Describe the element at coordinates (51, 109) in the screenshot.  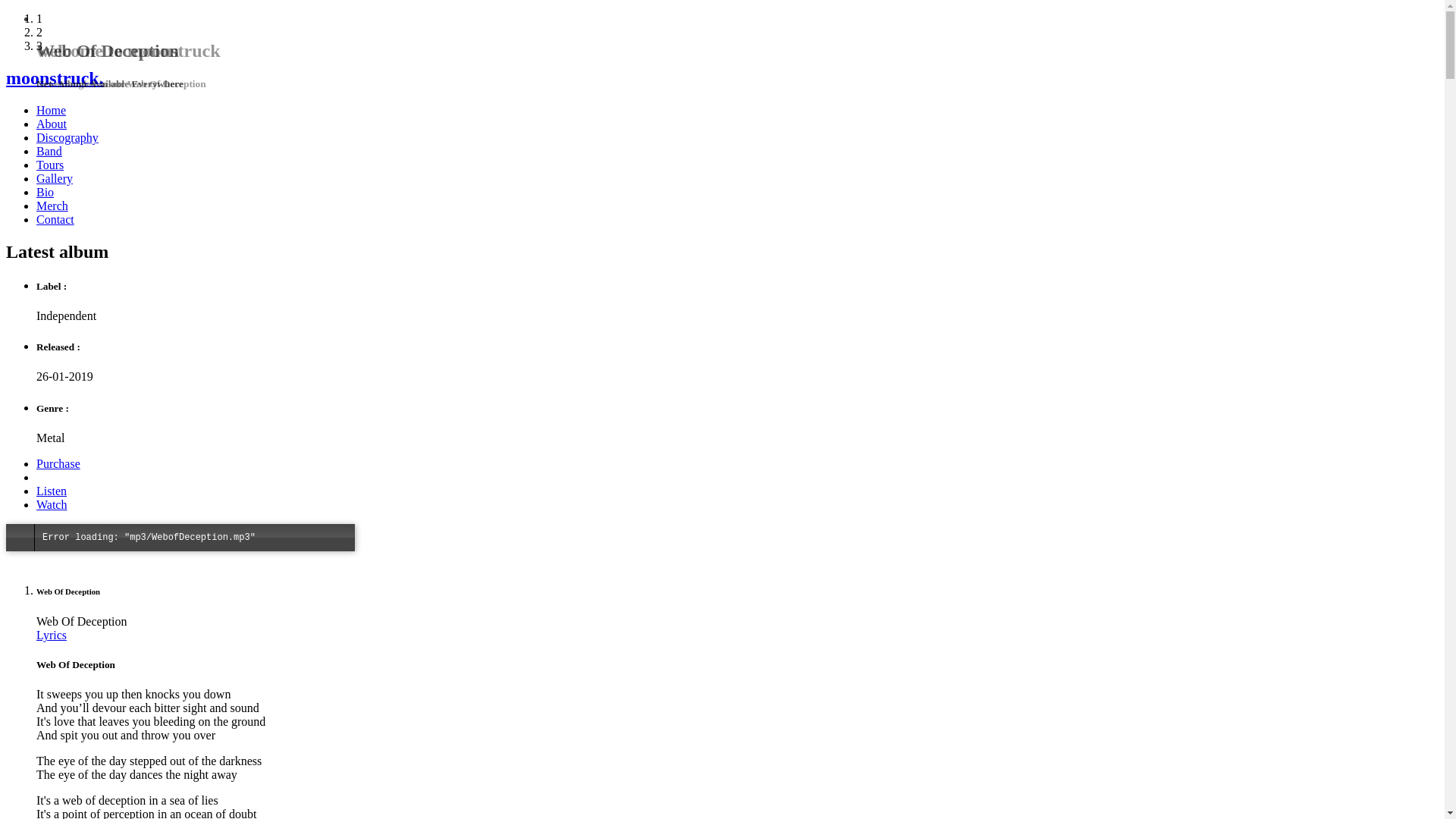
I see `'Home'` at that location.